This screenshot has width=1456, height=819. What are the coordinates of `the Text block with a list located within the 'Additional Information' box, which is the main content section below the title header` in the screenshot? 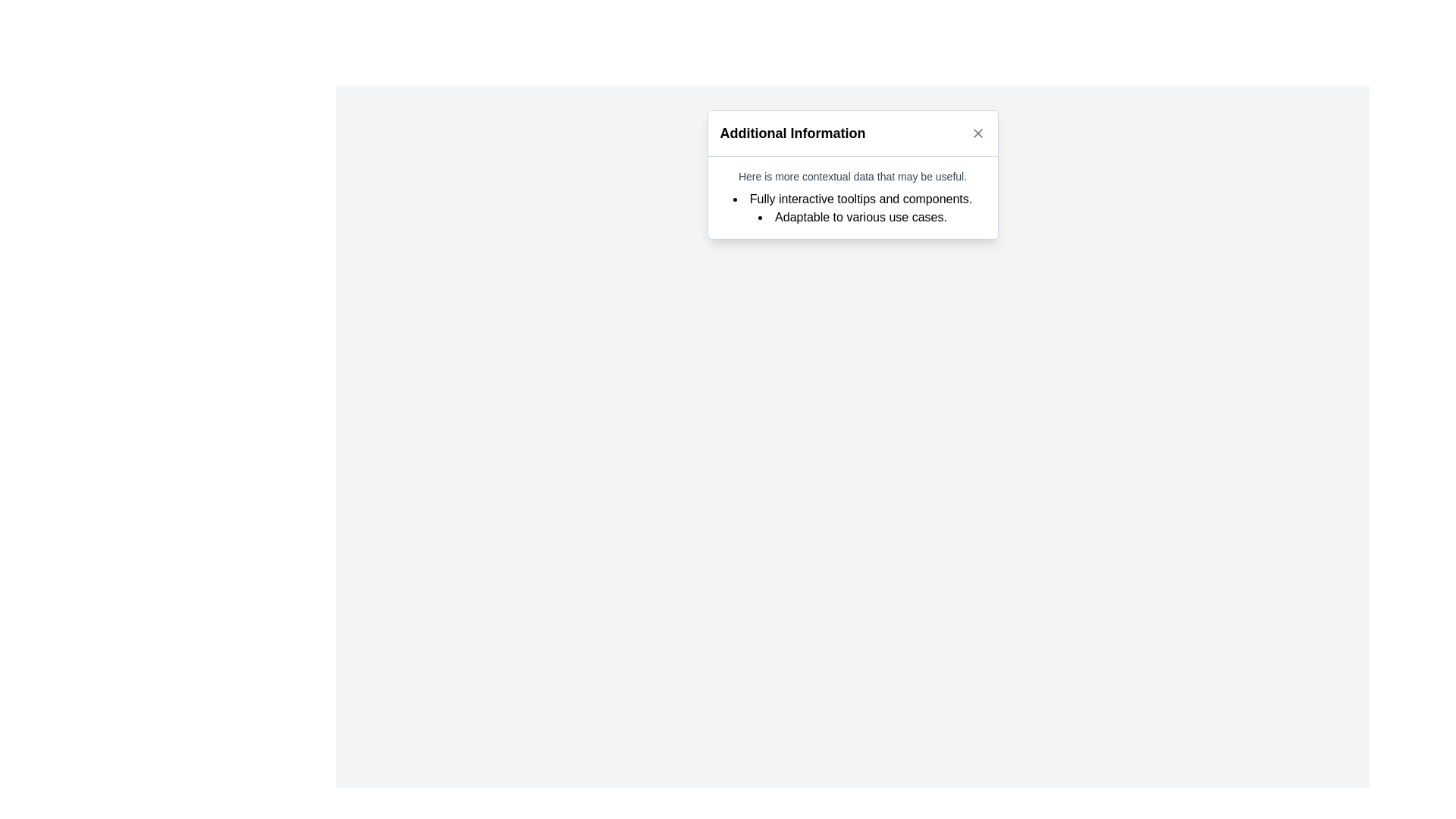 It's located at (852, 197).